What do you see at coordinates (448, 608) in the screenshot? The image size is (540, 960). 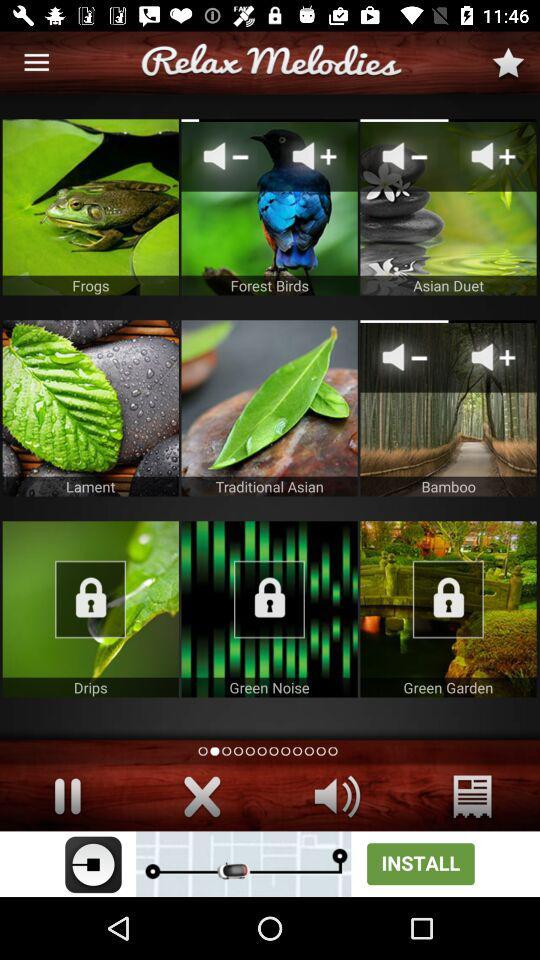 I see `unlock item` at bounding box center [448, 608].